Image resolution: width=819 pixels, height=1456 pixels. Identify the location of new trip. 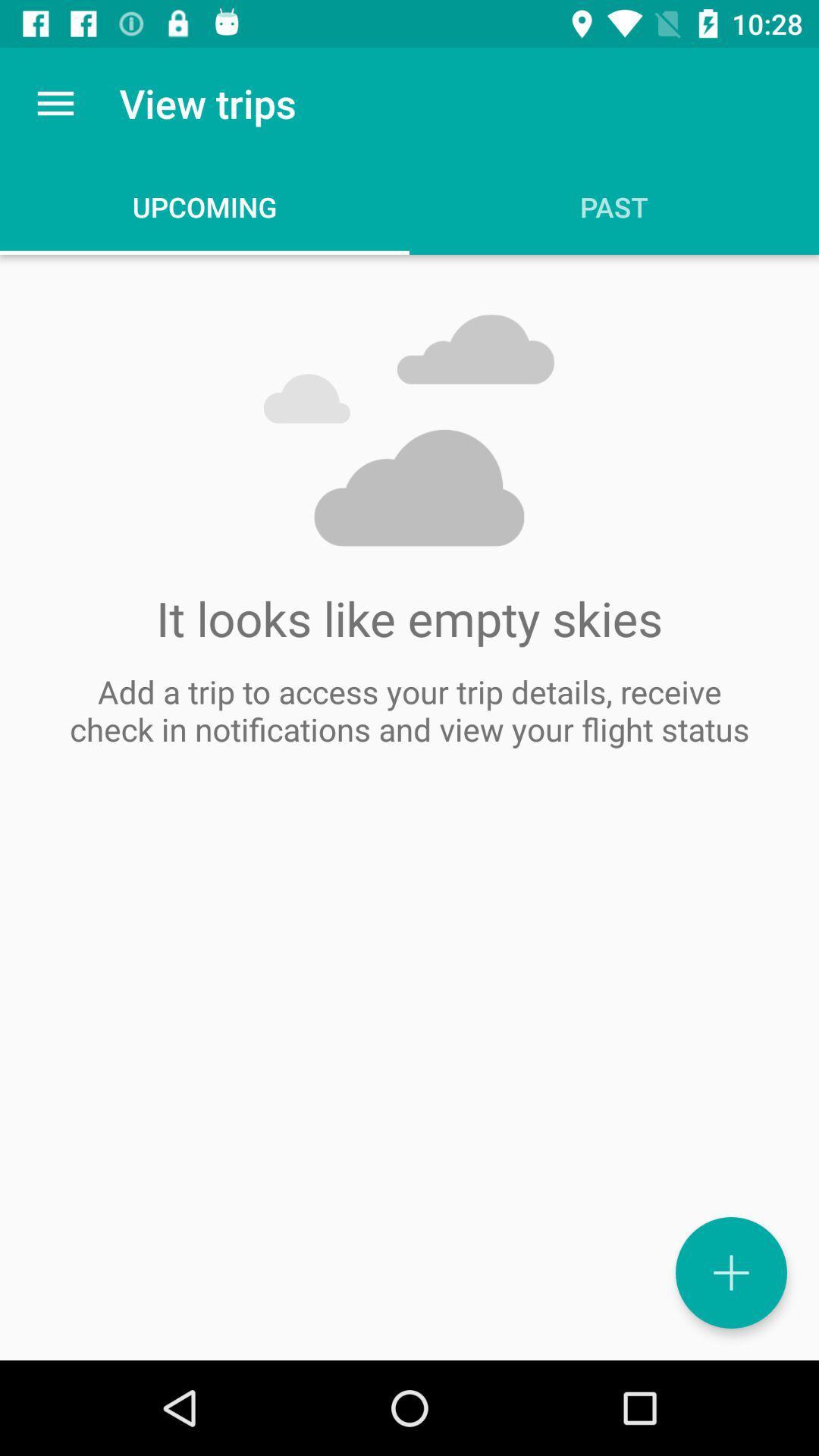
(730, 1272).